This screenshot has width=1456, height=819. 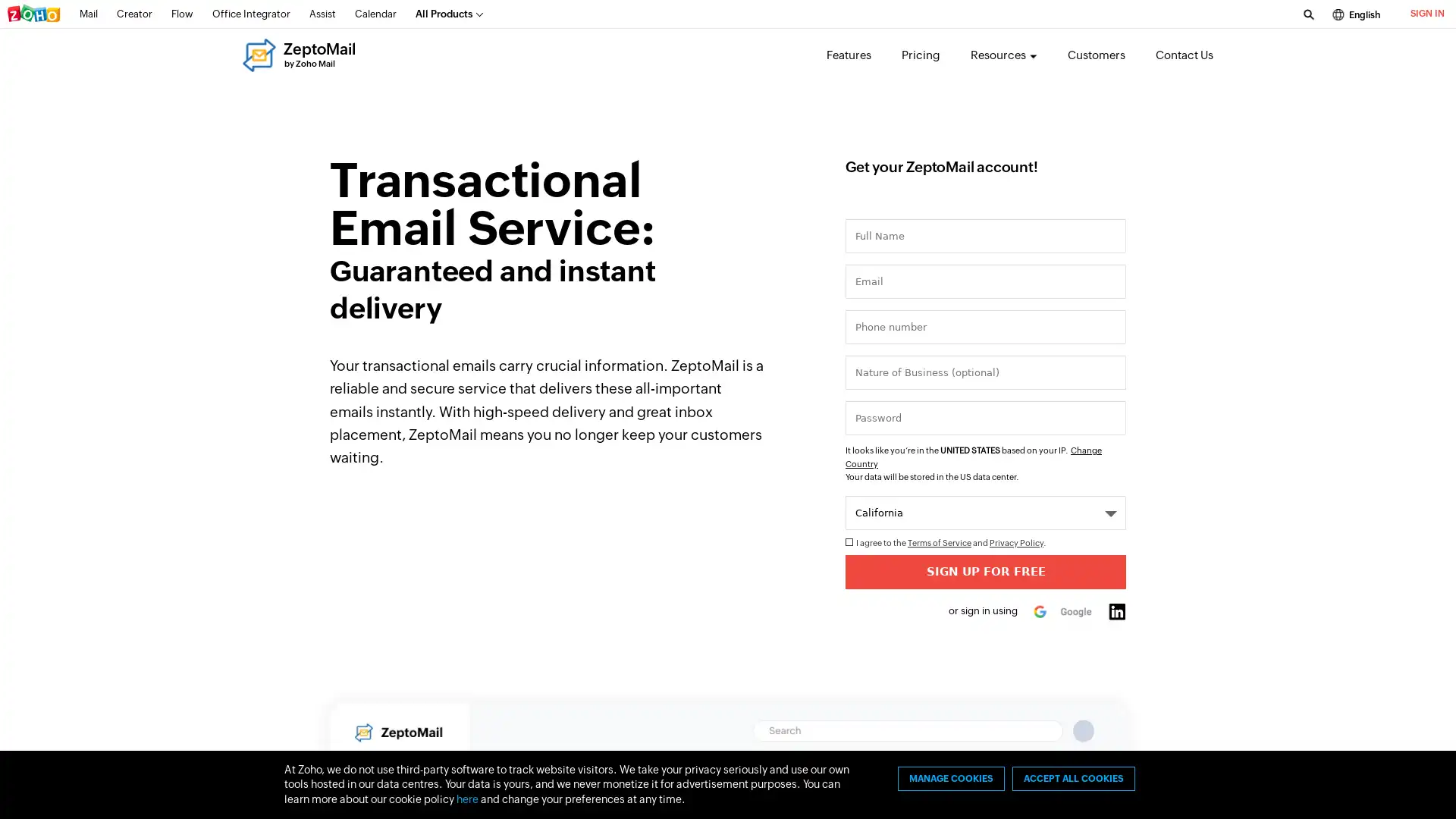 What do you see at coordinates (986, 572) in the screenshot?
I see `Sign Up for Free` at bounding box center [986, 572].